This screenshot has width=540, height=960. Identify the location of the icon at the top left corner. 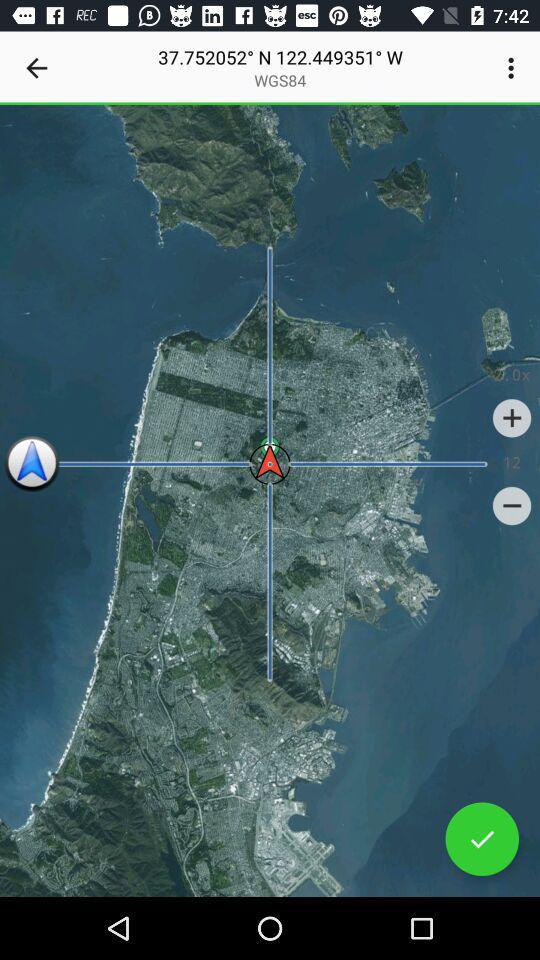
(36, 68).